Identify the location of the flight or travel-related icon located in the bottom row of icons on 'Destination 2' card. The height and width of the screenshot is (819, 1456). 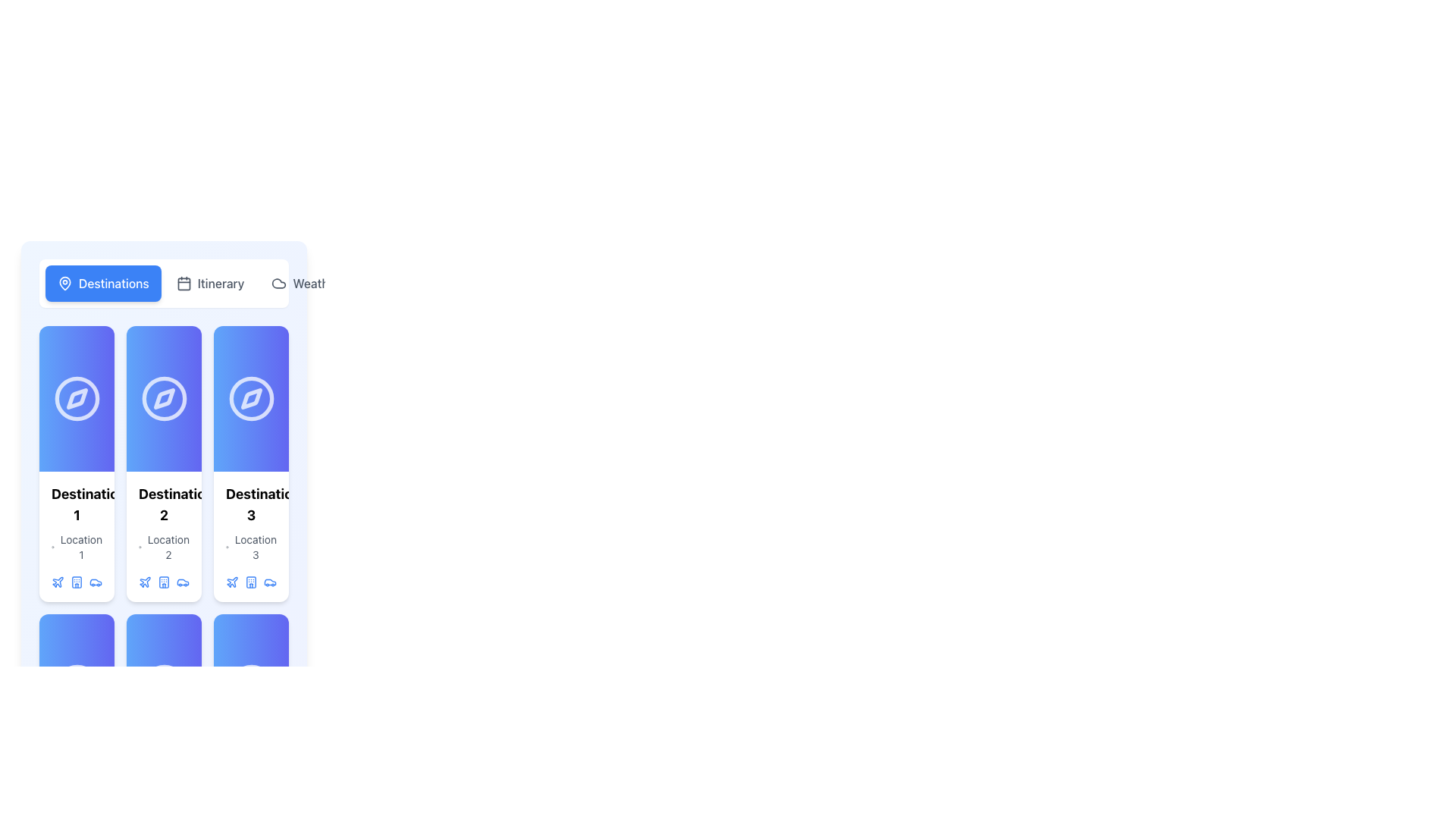
(145, 581).